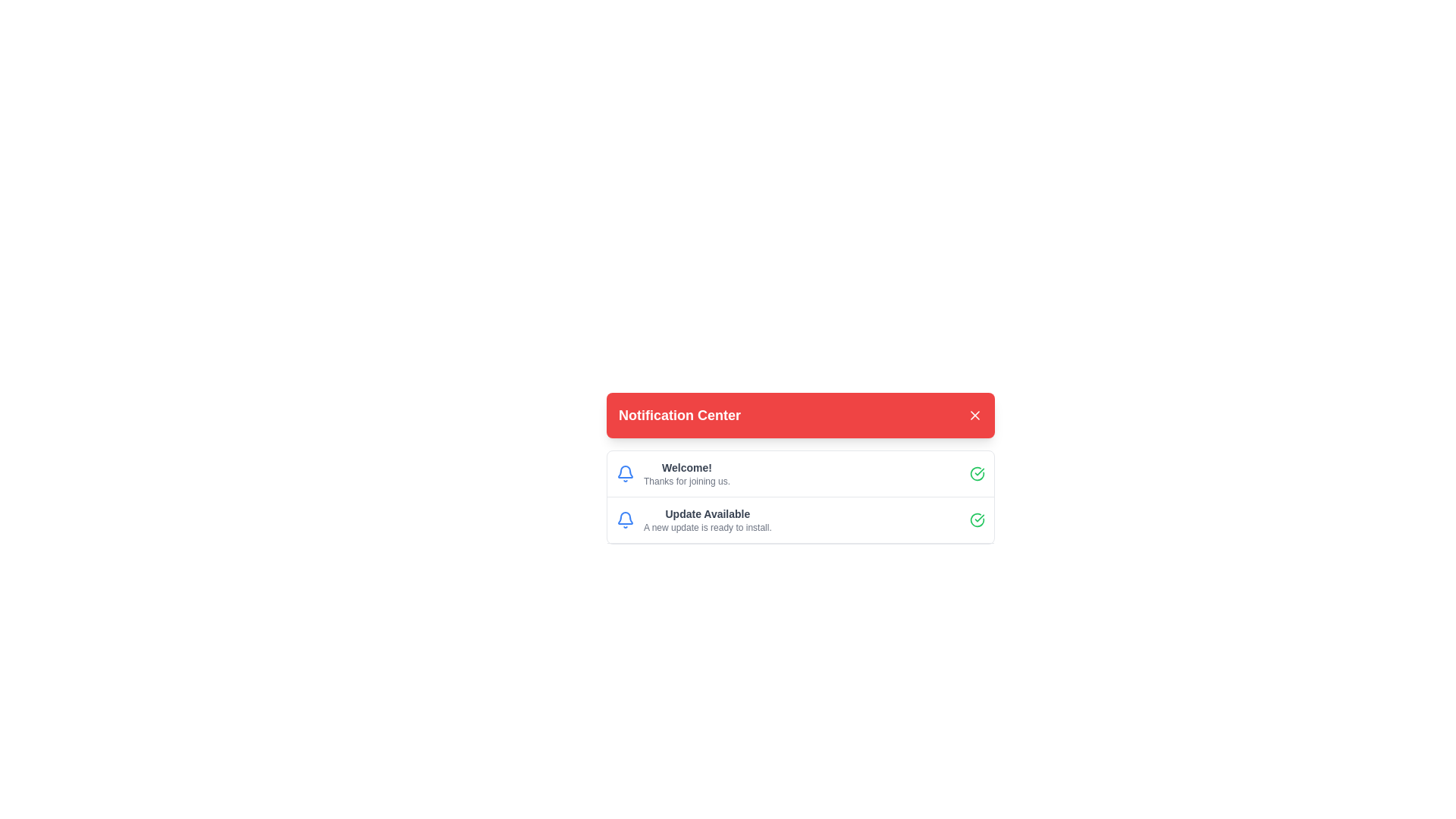  I want to click on the close button located in the upper-right section of the red notification bar, so click(975, 415).